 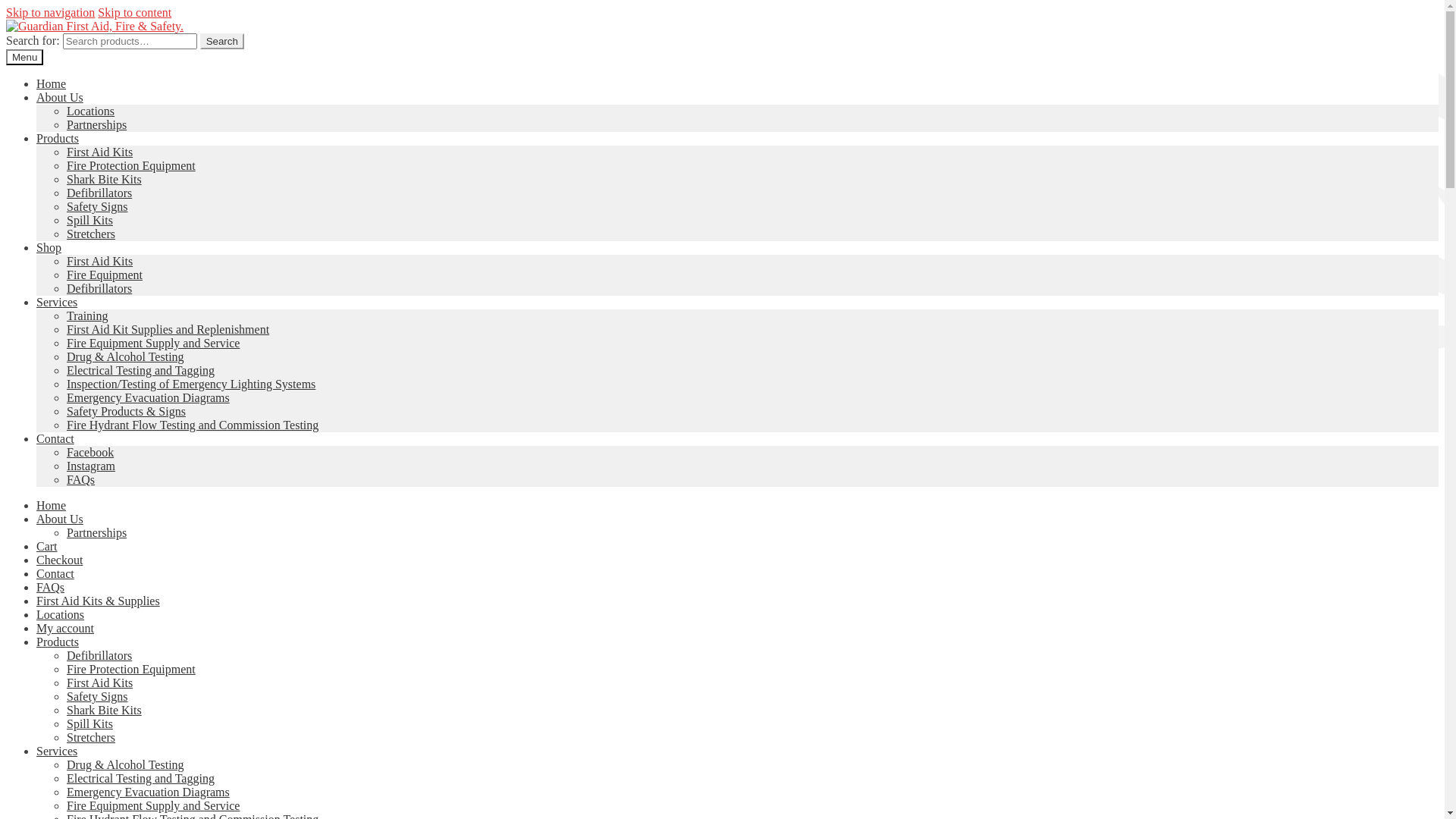 I want to click on 'Defibrillators', so click(x=65, y=192).